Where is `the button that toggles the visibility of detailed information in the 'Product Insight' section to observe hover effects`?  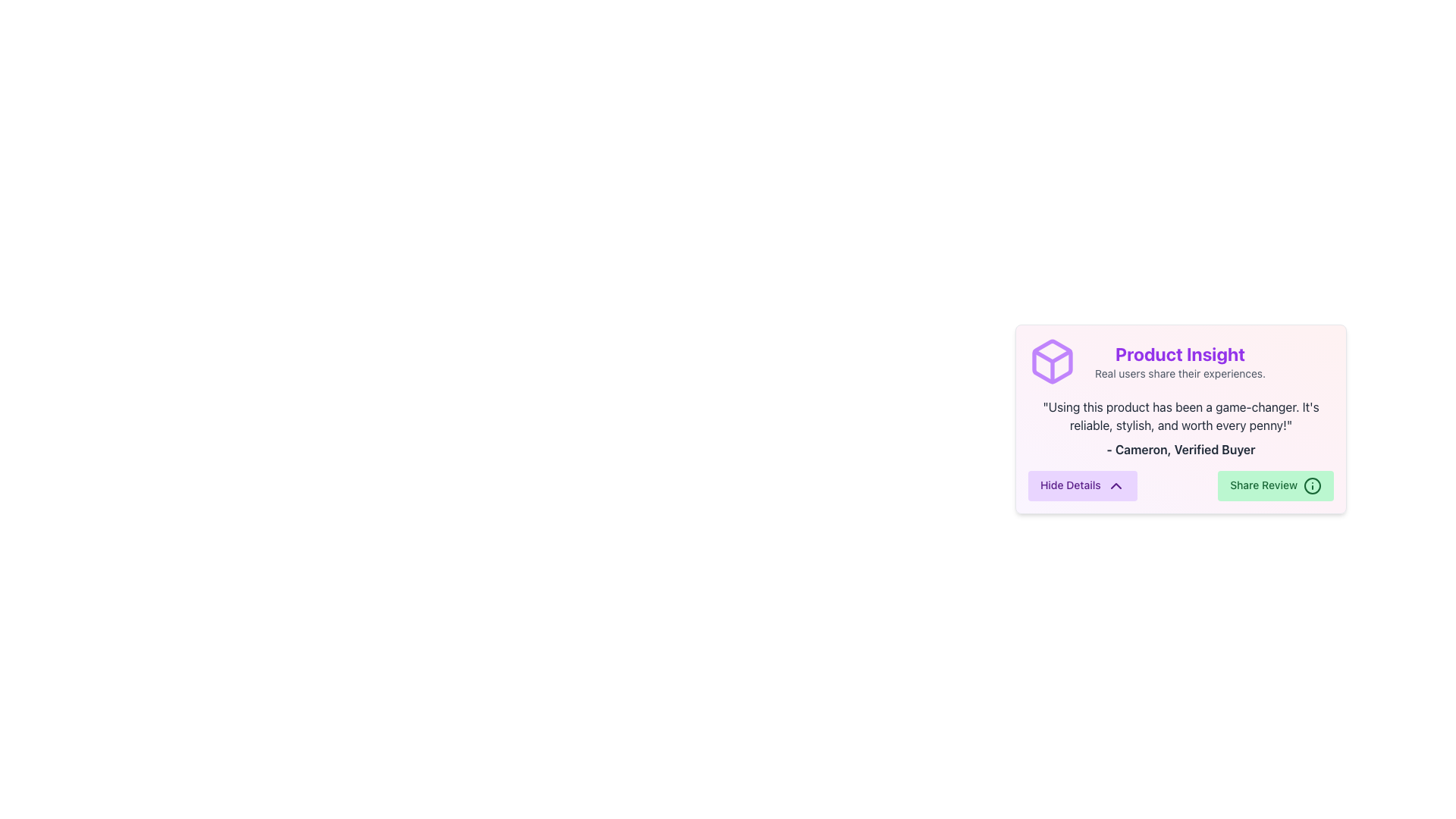
the button that toggles the visibility of detailed information in the 'Product Insight' section to observe hover effects is located at coordinates (1081, 485).